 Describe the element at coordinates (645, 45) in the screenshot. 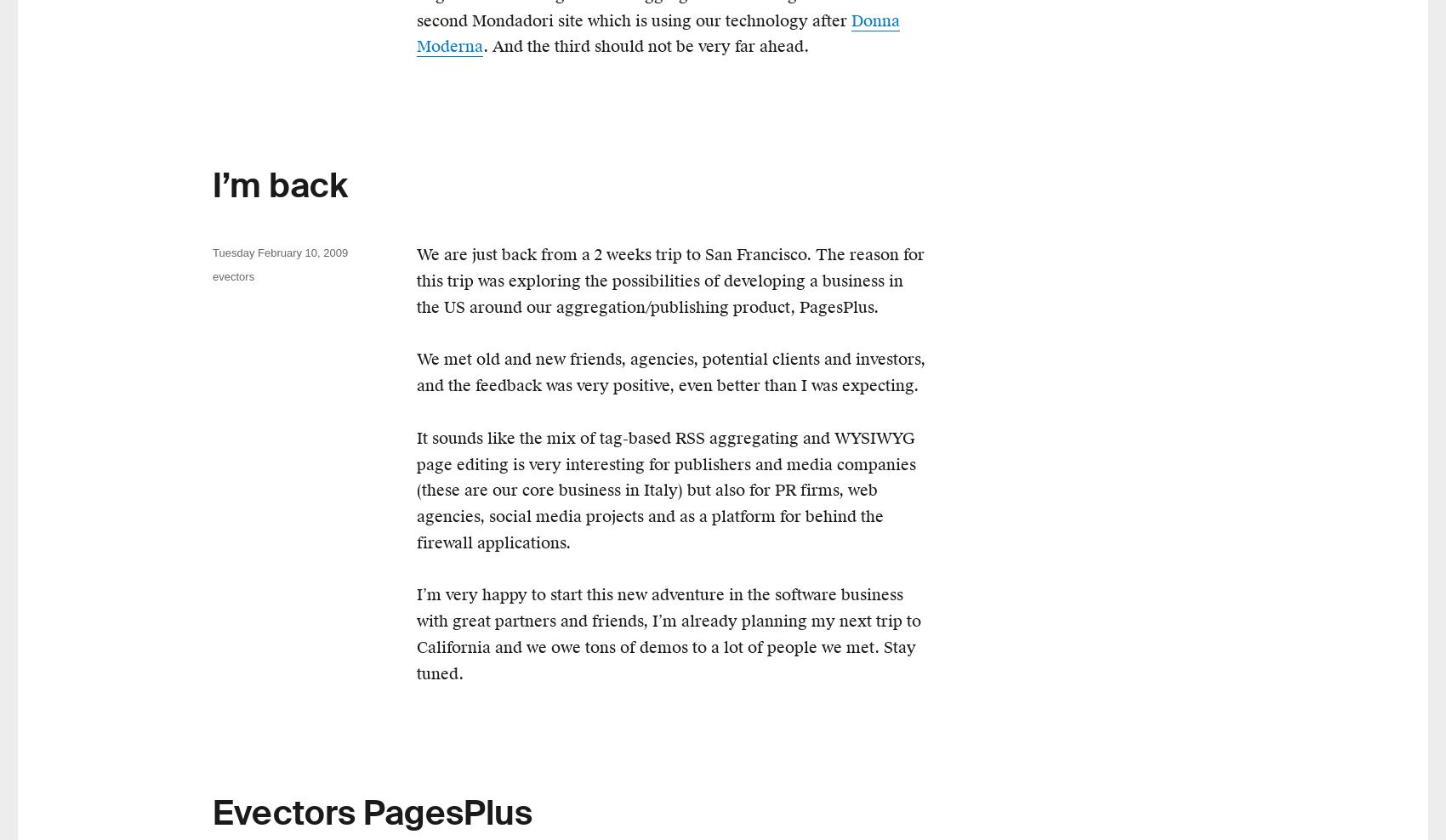

I see `'. And the third should not be very far ahead.'` at that location.